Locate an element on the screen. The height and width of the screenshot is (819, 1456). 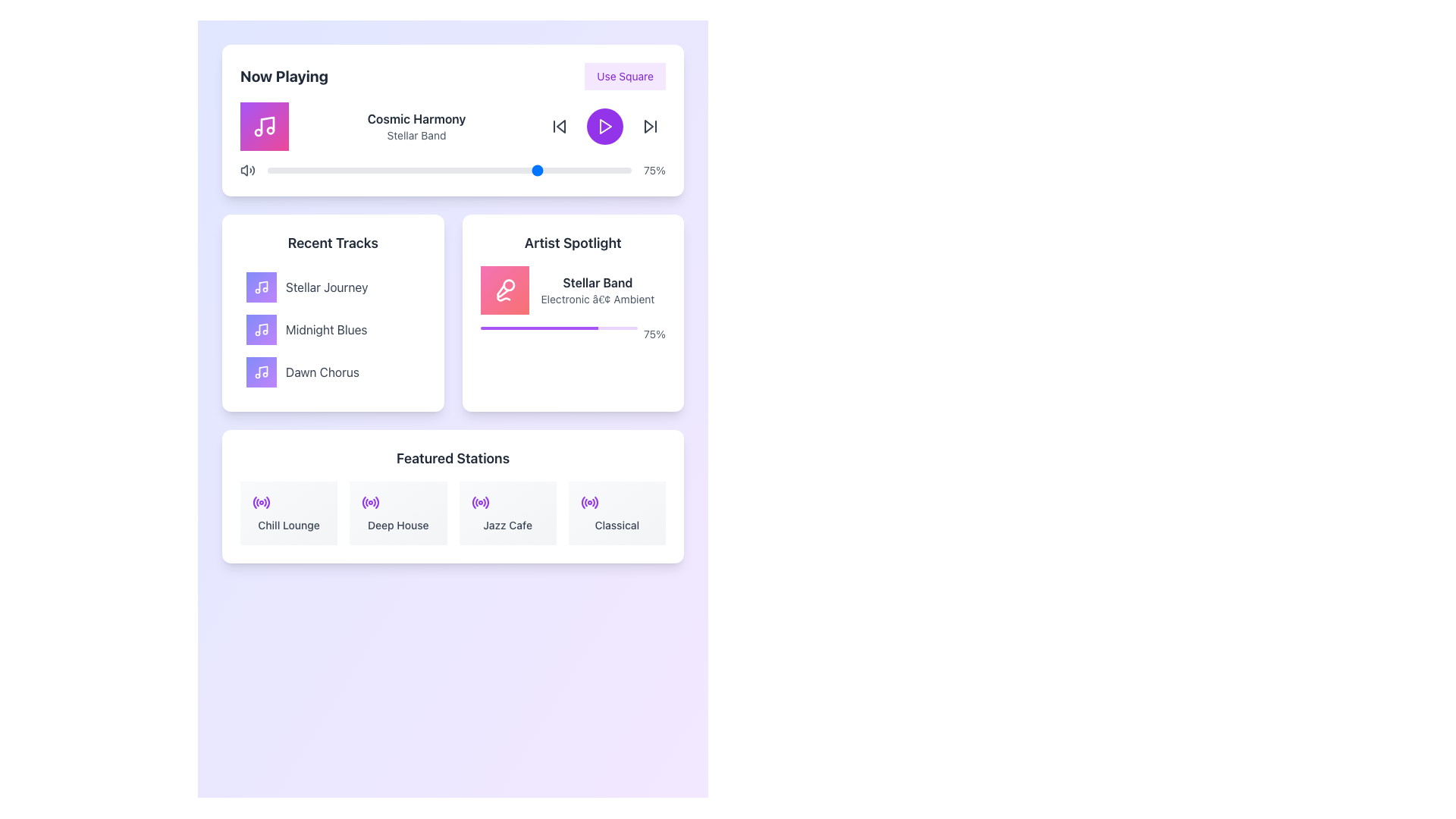
the musical note icon with a white color and purple gradient background, located at the top-left corner of the 'Now Playing' card is located at coordinates (265, 125).